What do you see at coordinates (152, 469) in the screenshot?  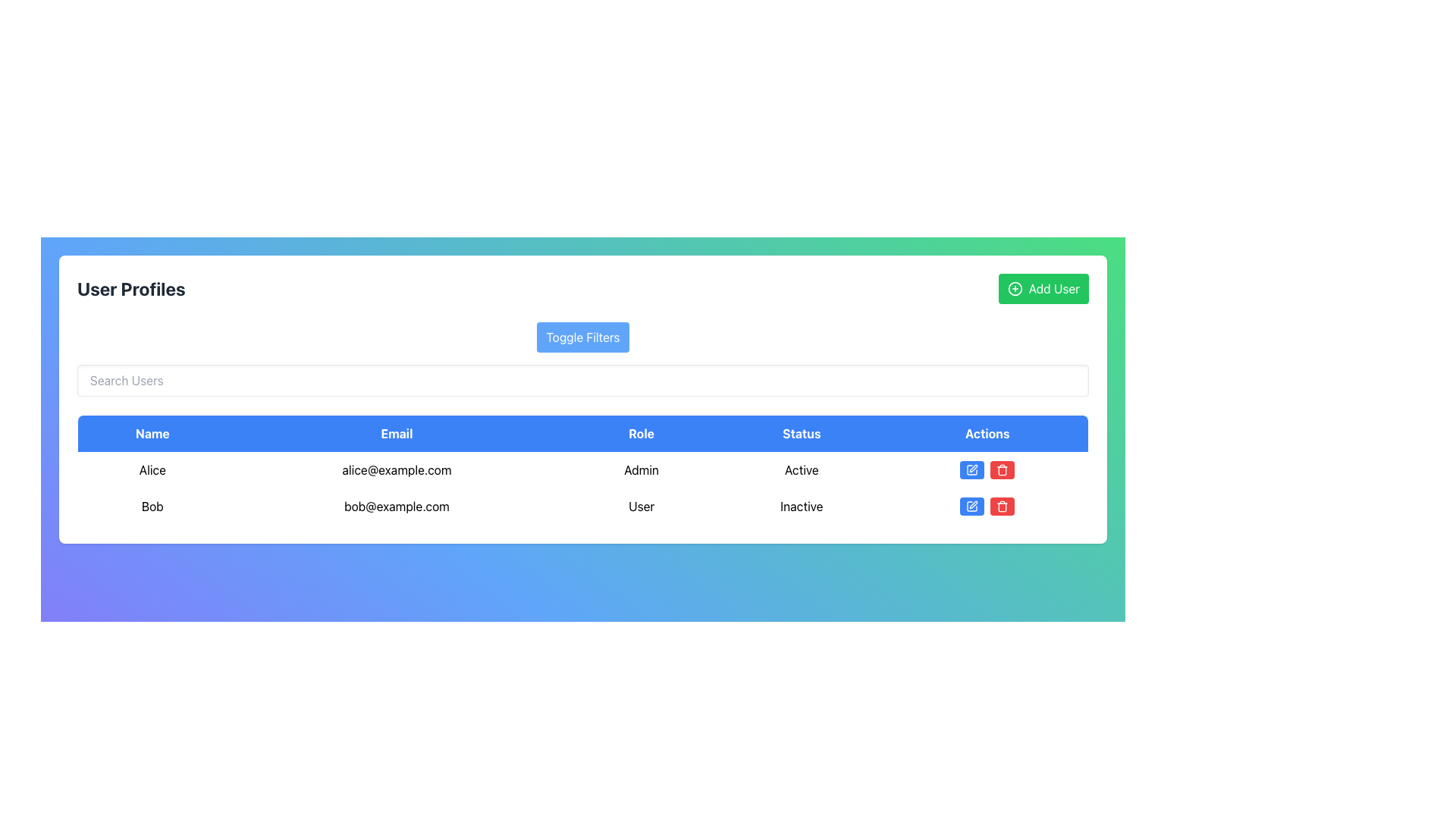 I see `the text label 'Alice' located in the 'Name' column of the second row under the 'User Profiles' section` at bounding box center [152, 469].